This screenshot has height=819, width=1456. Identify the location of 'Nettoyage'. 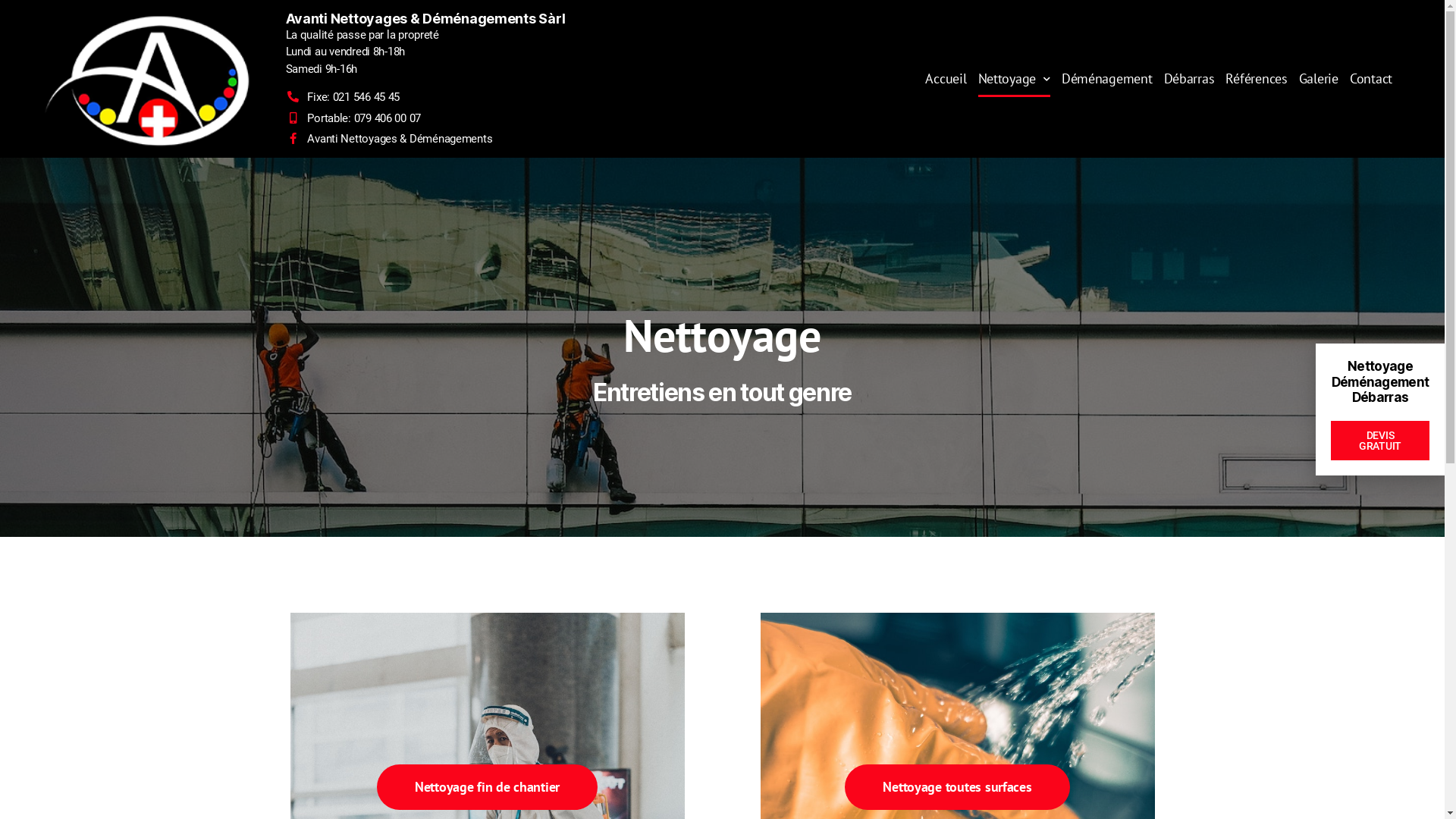
(1014, 79).